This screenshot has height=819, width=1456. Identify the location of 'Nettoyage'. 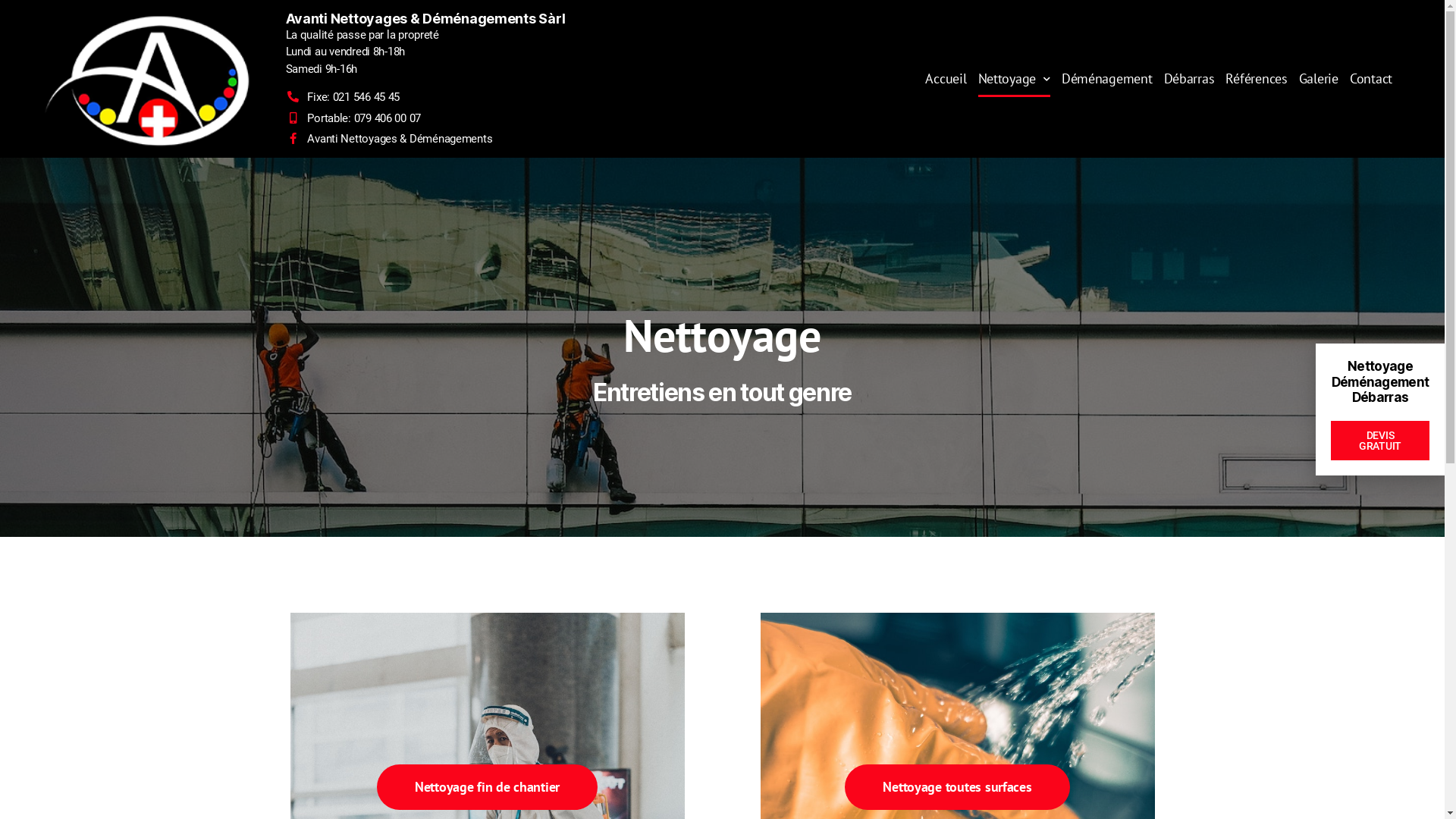
(1014, 79).